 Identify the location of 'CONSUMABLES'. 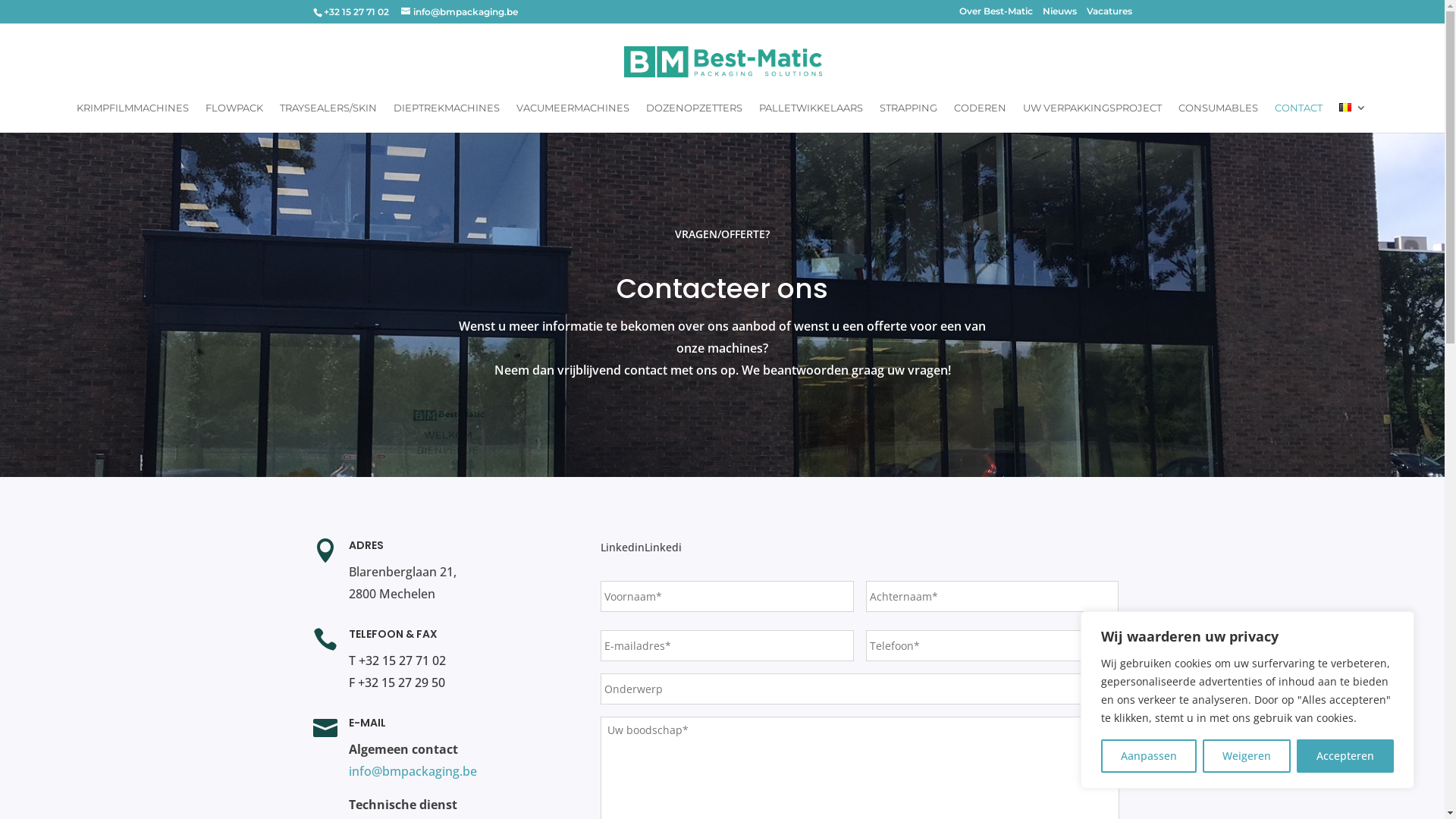
(1218, 116).